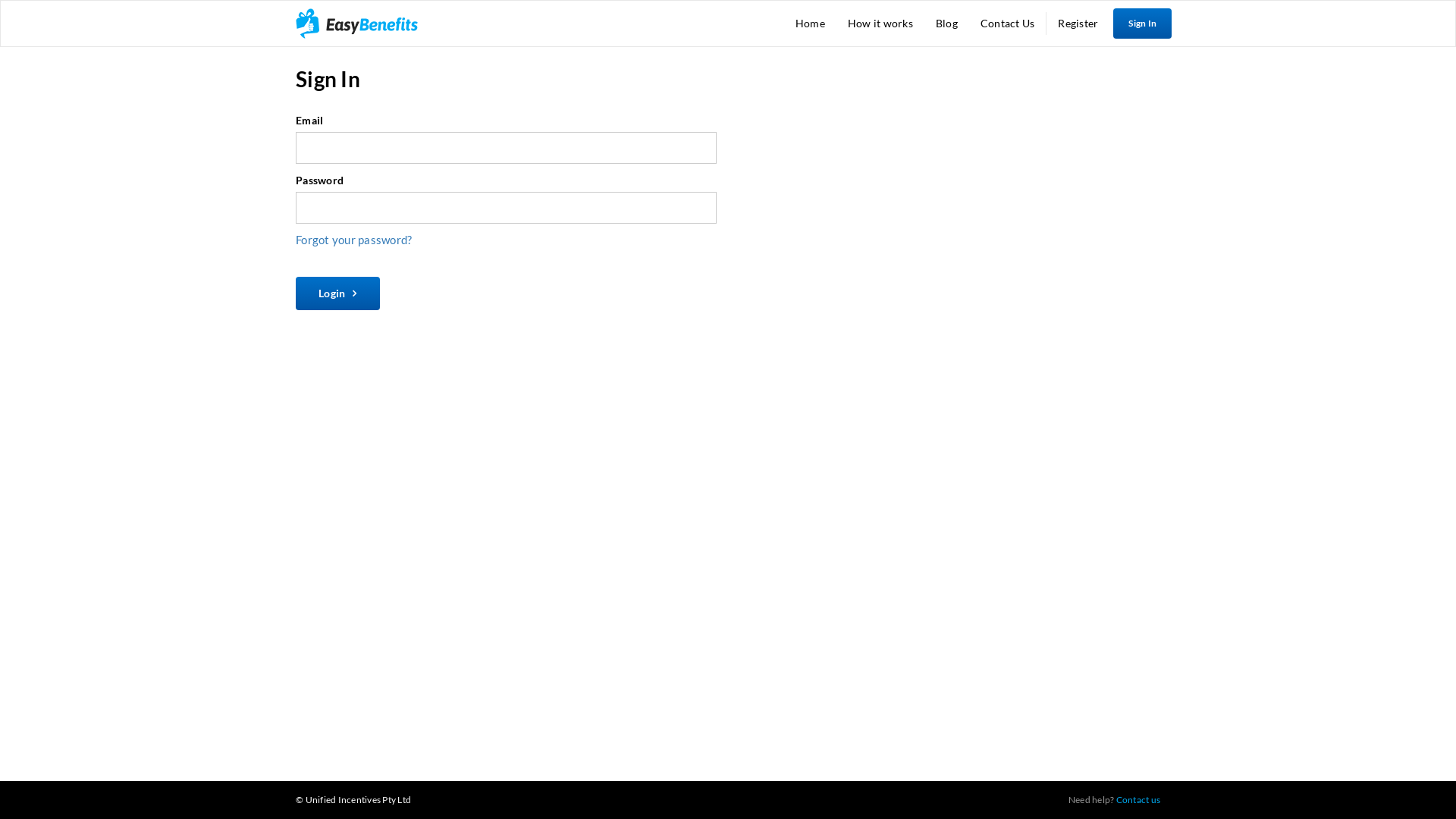  Describe the element at coordinates (1138, 799) in the screenshot. I see `'Contact us'` at that location.